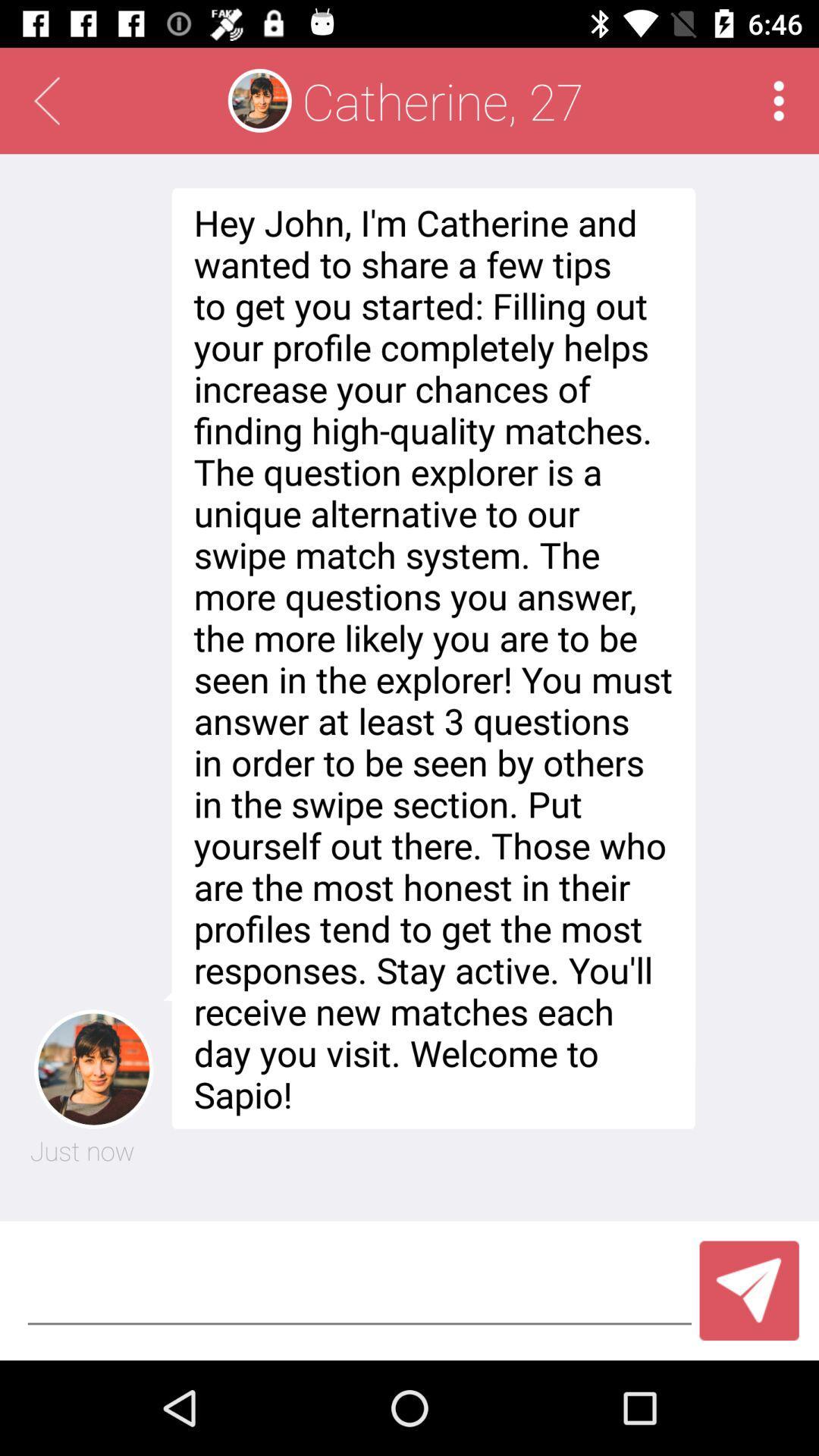  Describe the element at coordinates (82, 1150) in the screenshot. I see `the just now item` at that location.